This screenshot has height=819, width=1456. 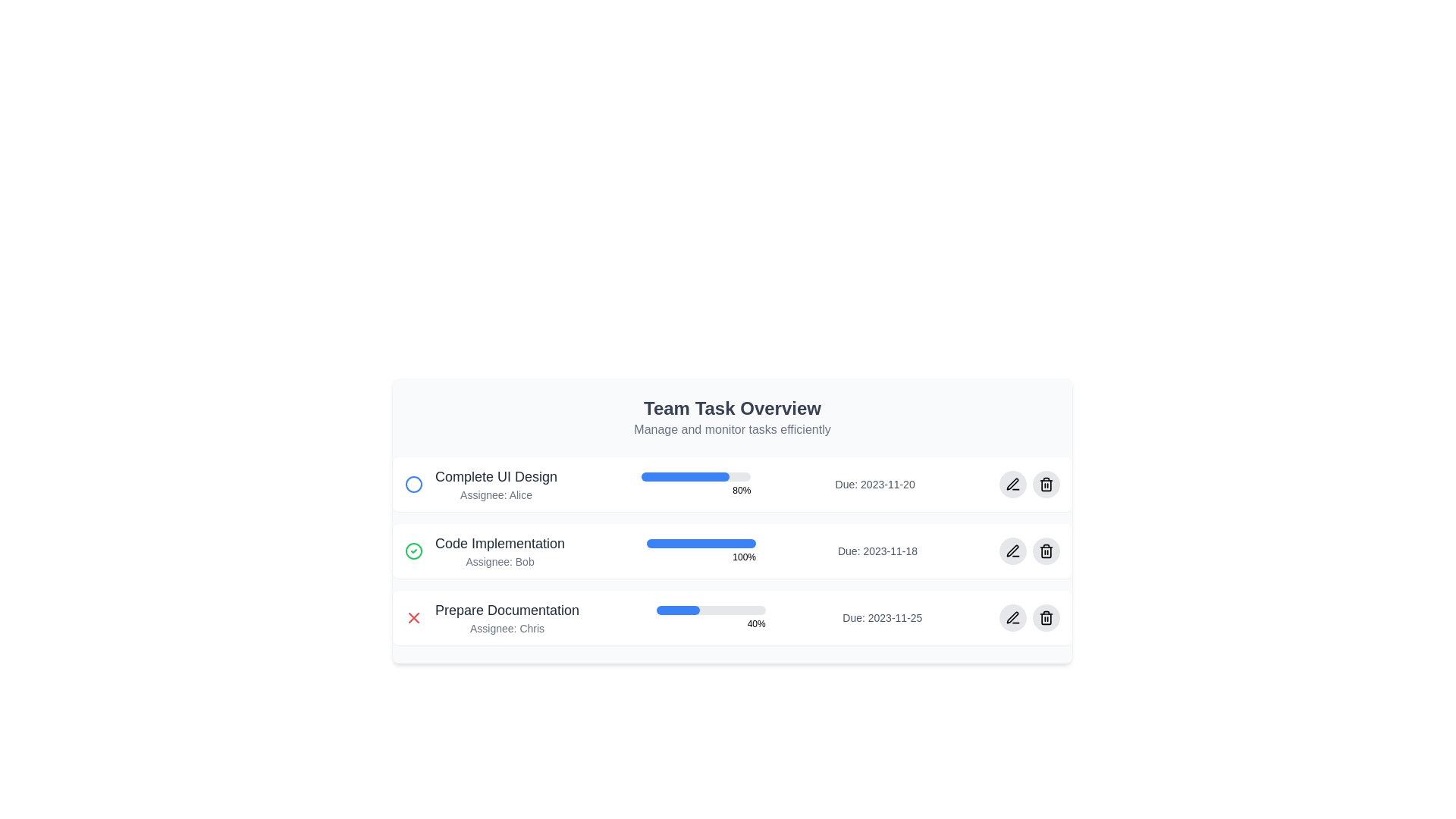 What do you see at coordinates (500, 543) in the screenshot?
I see `the text label that serves as the title for the task 'Code Implementation', located in the second row of the task list, aligned with the task progress bar to its right and a check mark status icon to its left` at bounding box center [500, 543].